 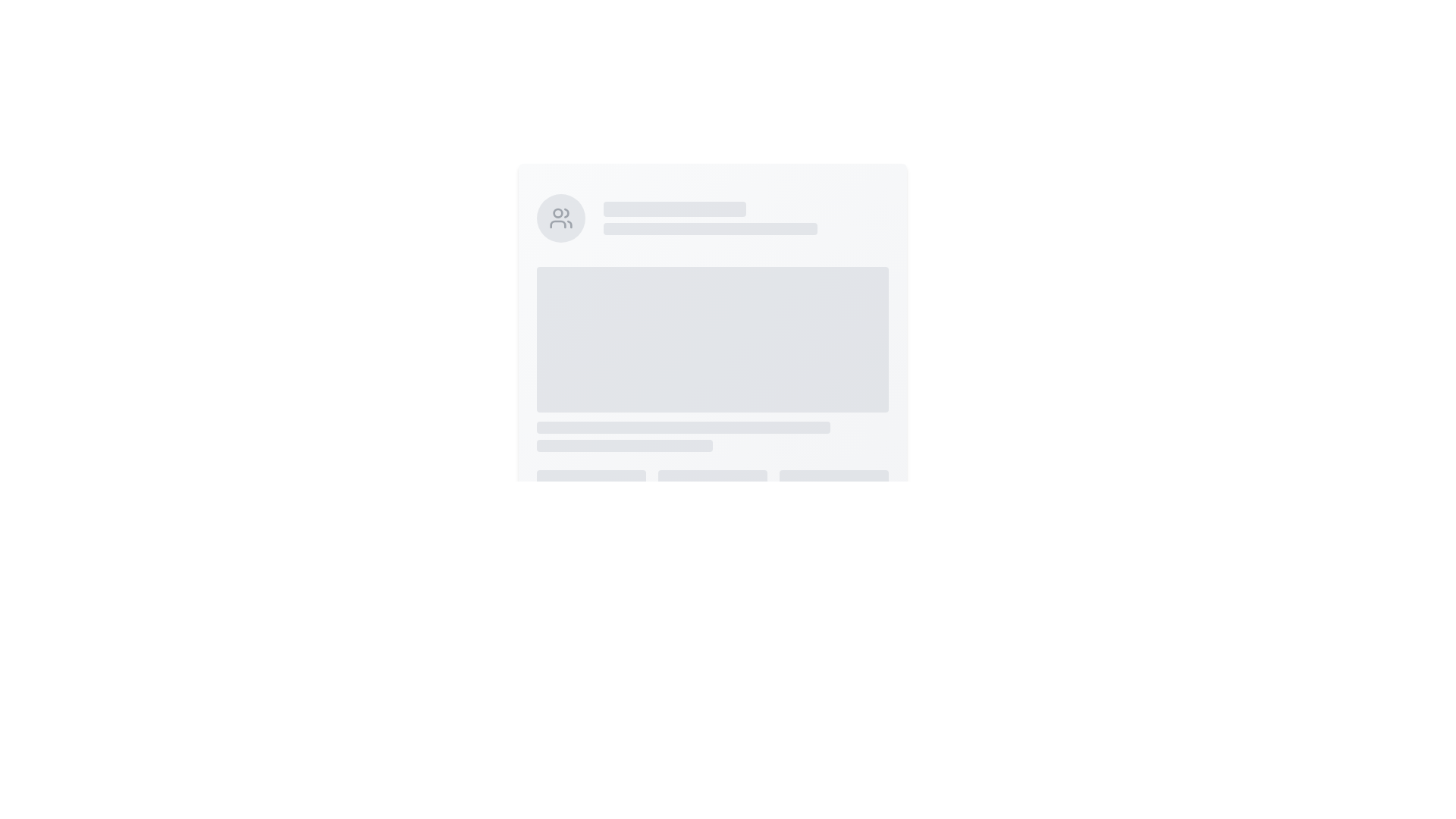 I want to click on the Placeholder element, which is the first element in a row of three similar elements in a grid layout, indicating loading or reserved content, so click(x=590, y=500).